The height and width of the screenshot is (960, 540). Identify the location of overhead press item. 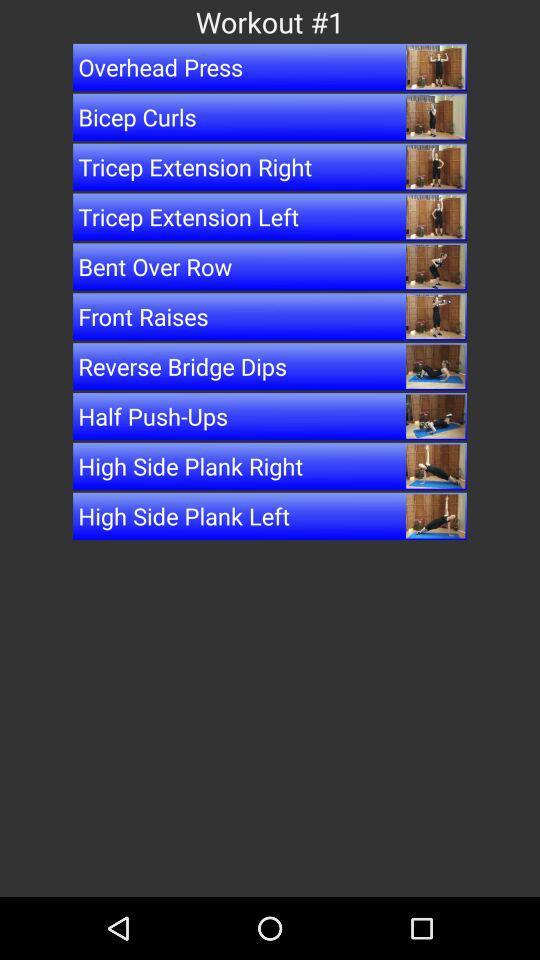
(270, 67).